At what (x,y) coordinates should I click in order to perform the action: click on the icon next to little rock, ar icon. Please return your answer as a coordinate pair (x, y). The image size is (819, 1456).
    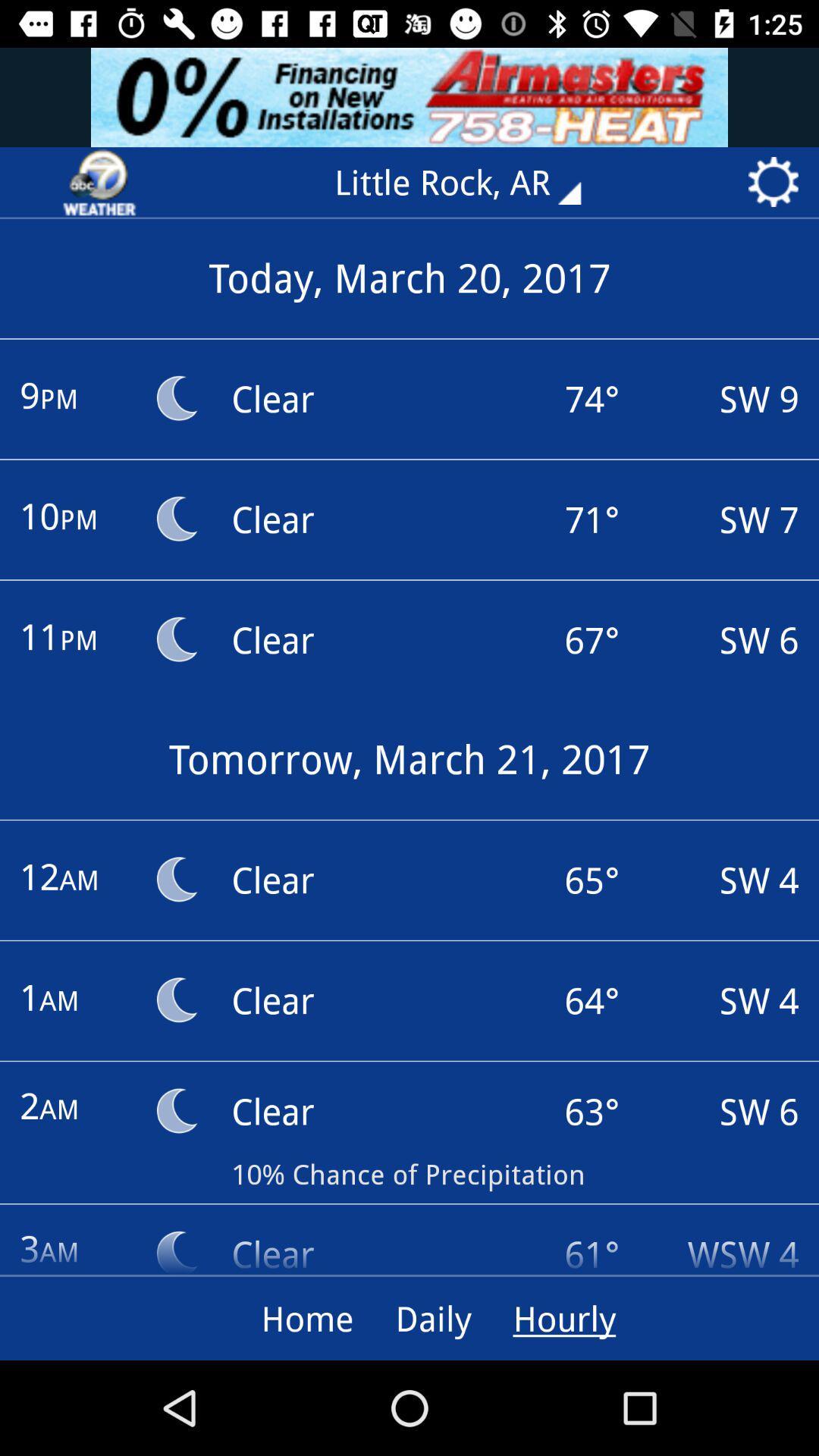
    Looking at the image, I should click on (99, 182).